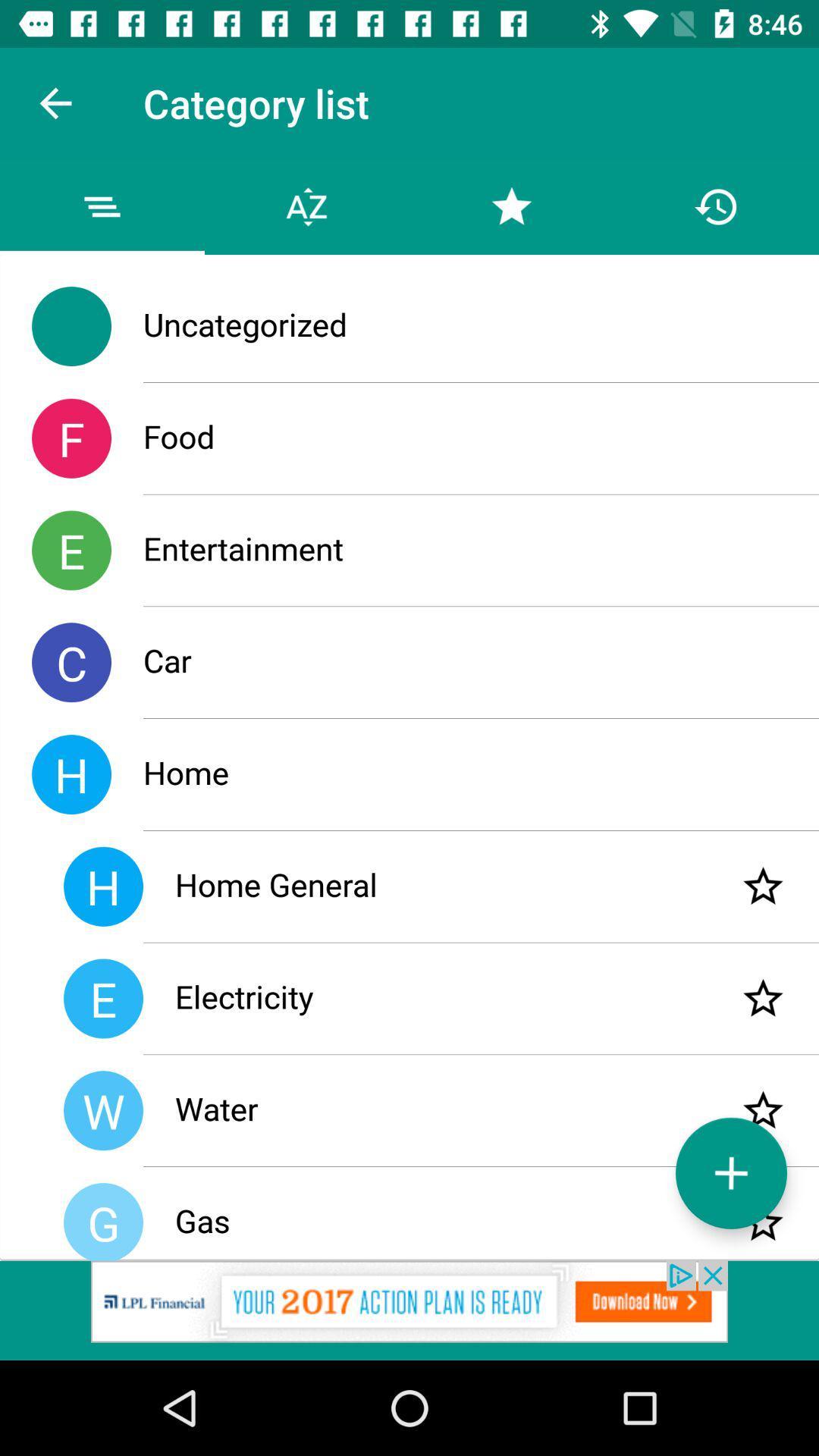 Image resolution: width=819 pixels, height=1456 pixels. I want to click on ipl add, so click(409, 1310).